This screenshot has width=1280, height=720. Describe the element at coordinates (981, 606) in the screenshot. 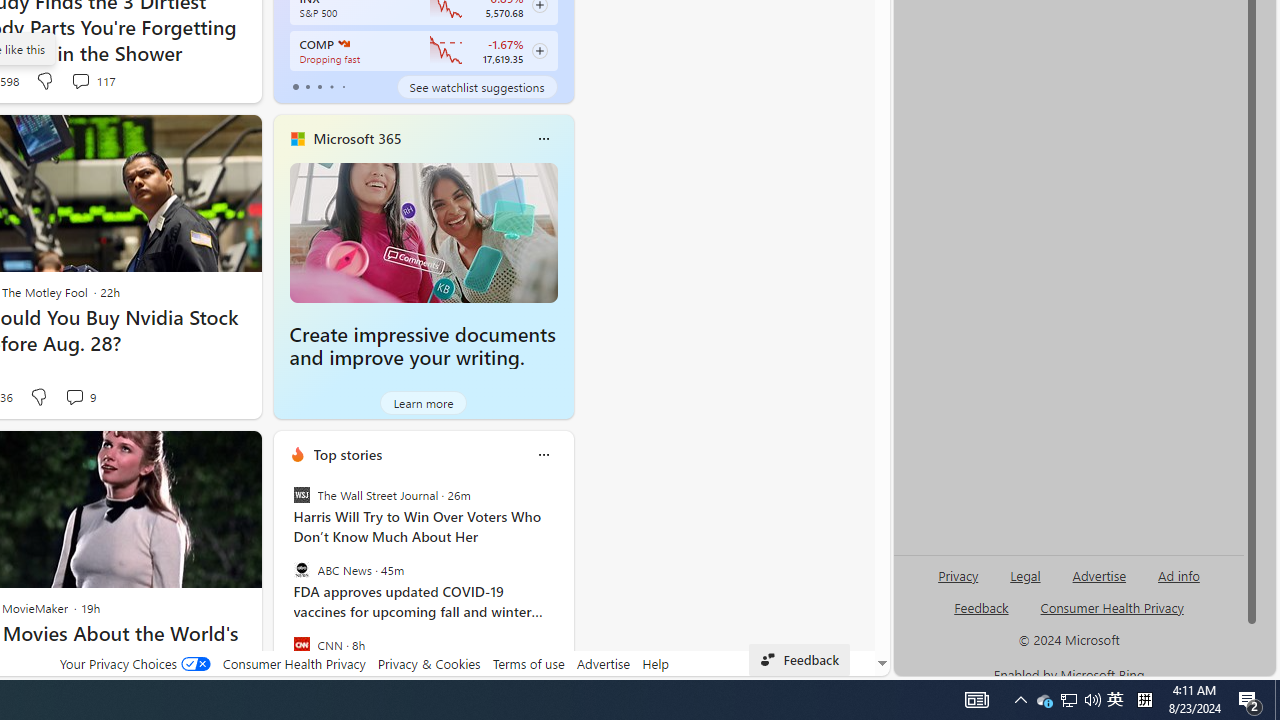

I see `'AutomationID: sb_feedback'` at that location.